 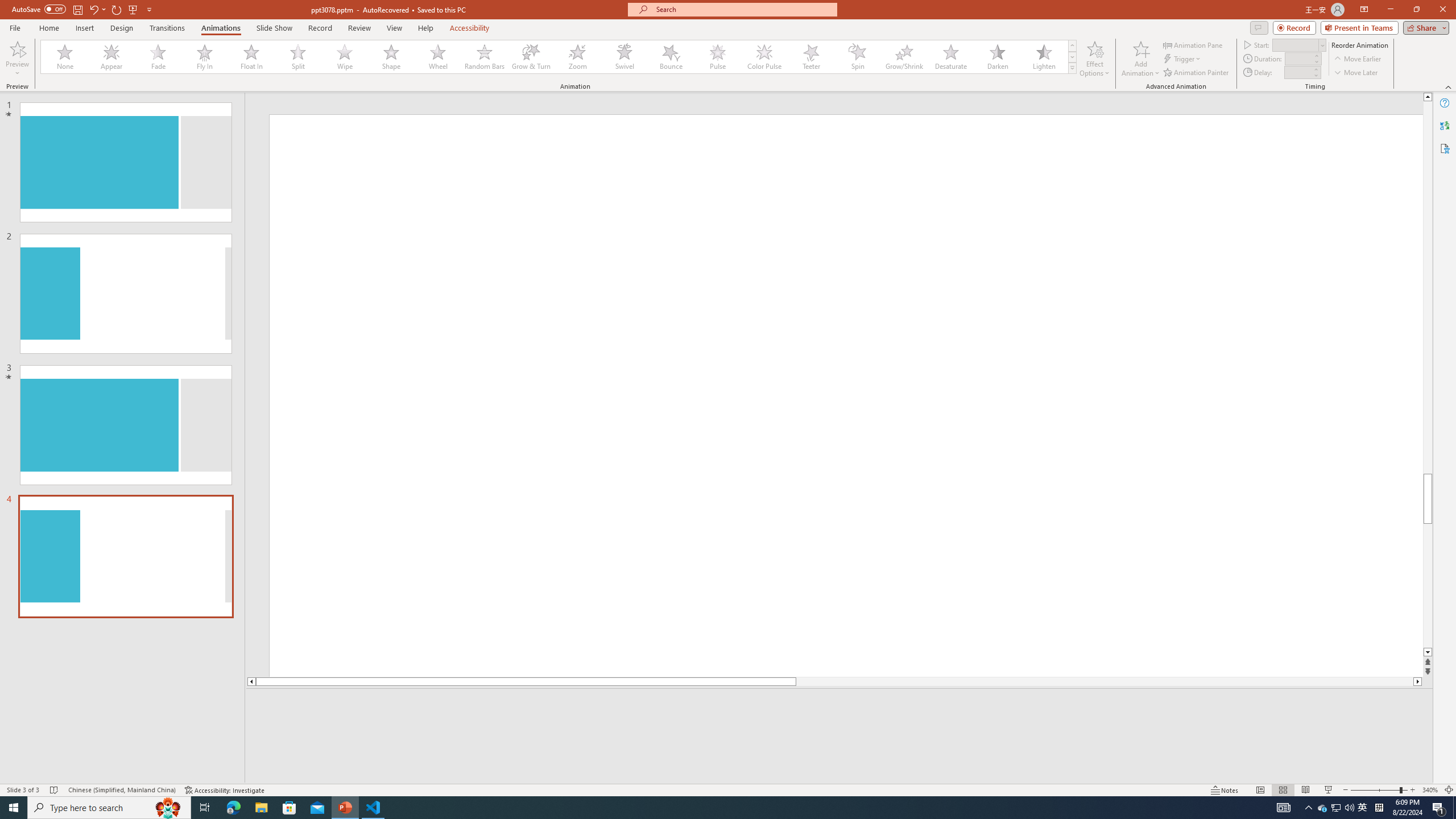 What do you see at coordinates (950, 56) in the screenshot?
I see `'Desaturate'` at bounding box center [950, 56].